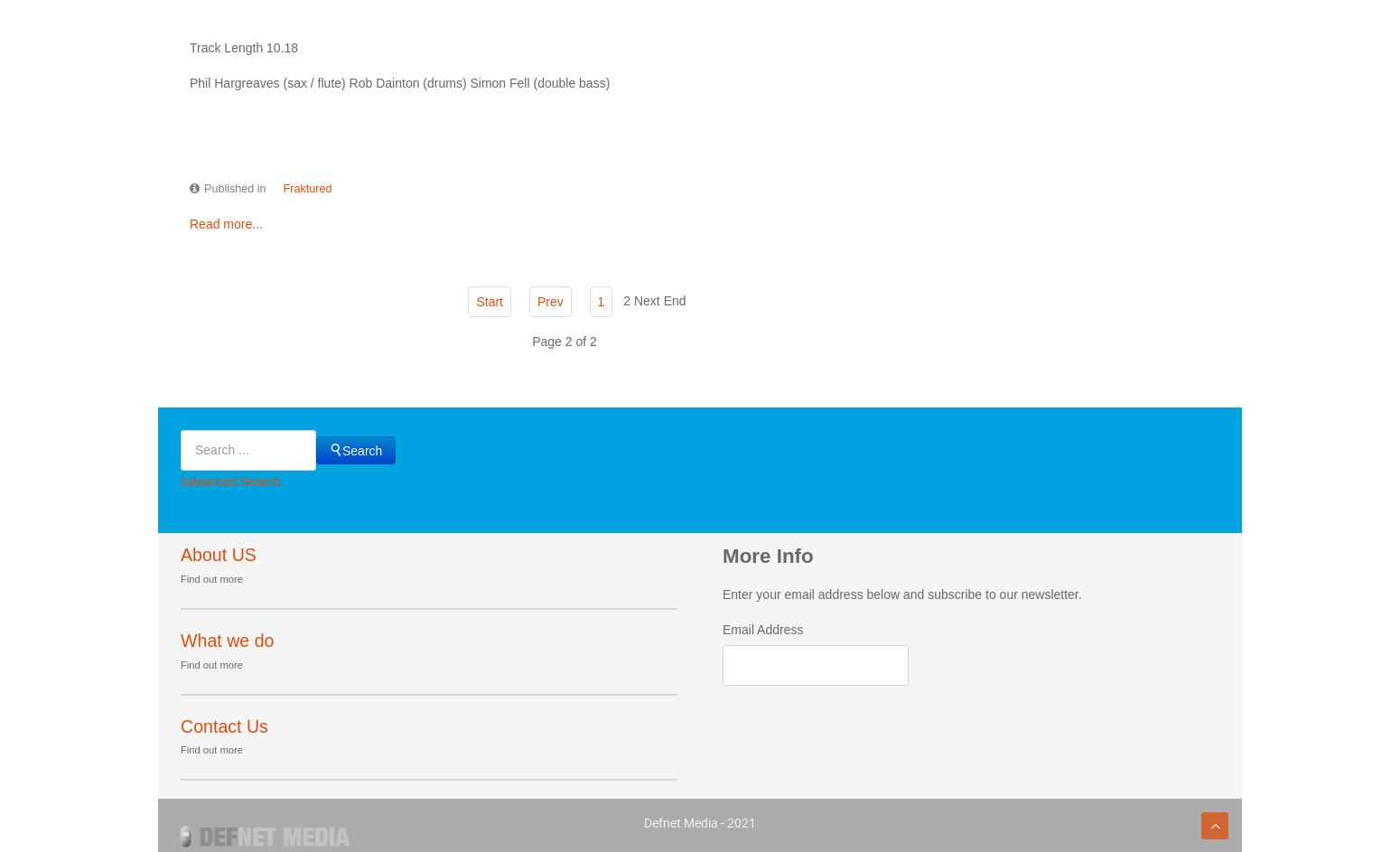 Image resolution: width=1400 pixels, height=852 pixels. Describe the element at coordinates (361, 448) in the screenshot. I see `'Search'` at that location.